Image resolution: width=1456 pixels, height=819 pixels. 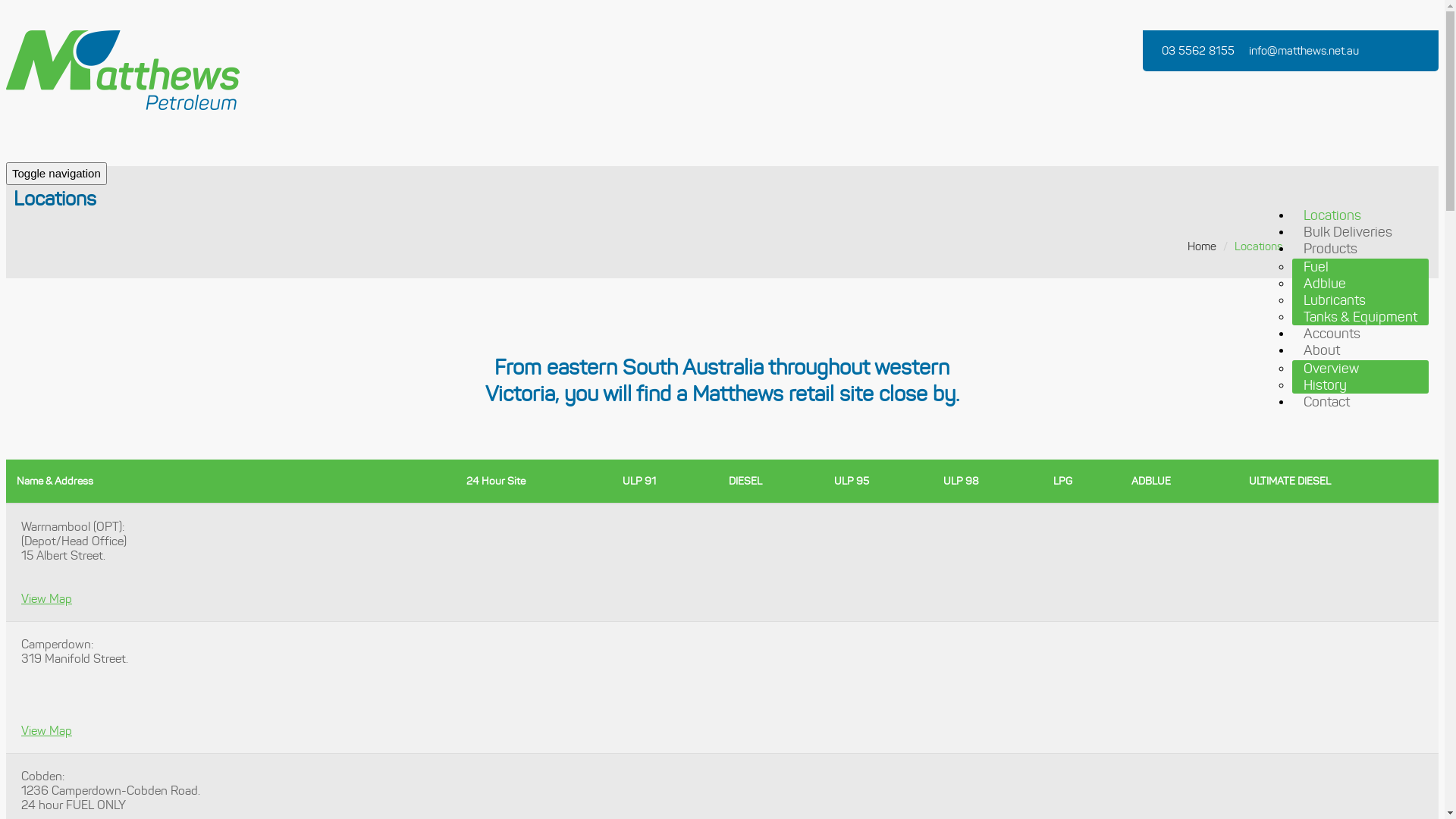 I want to click on 'Bulk Deliveries', so click(x=1348, y=231).